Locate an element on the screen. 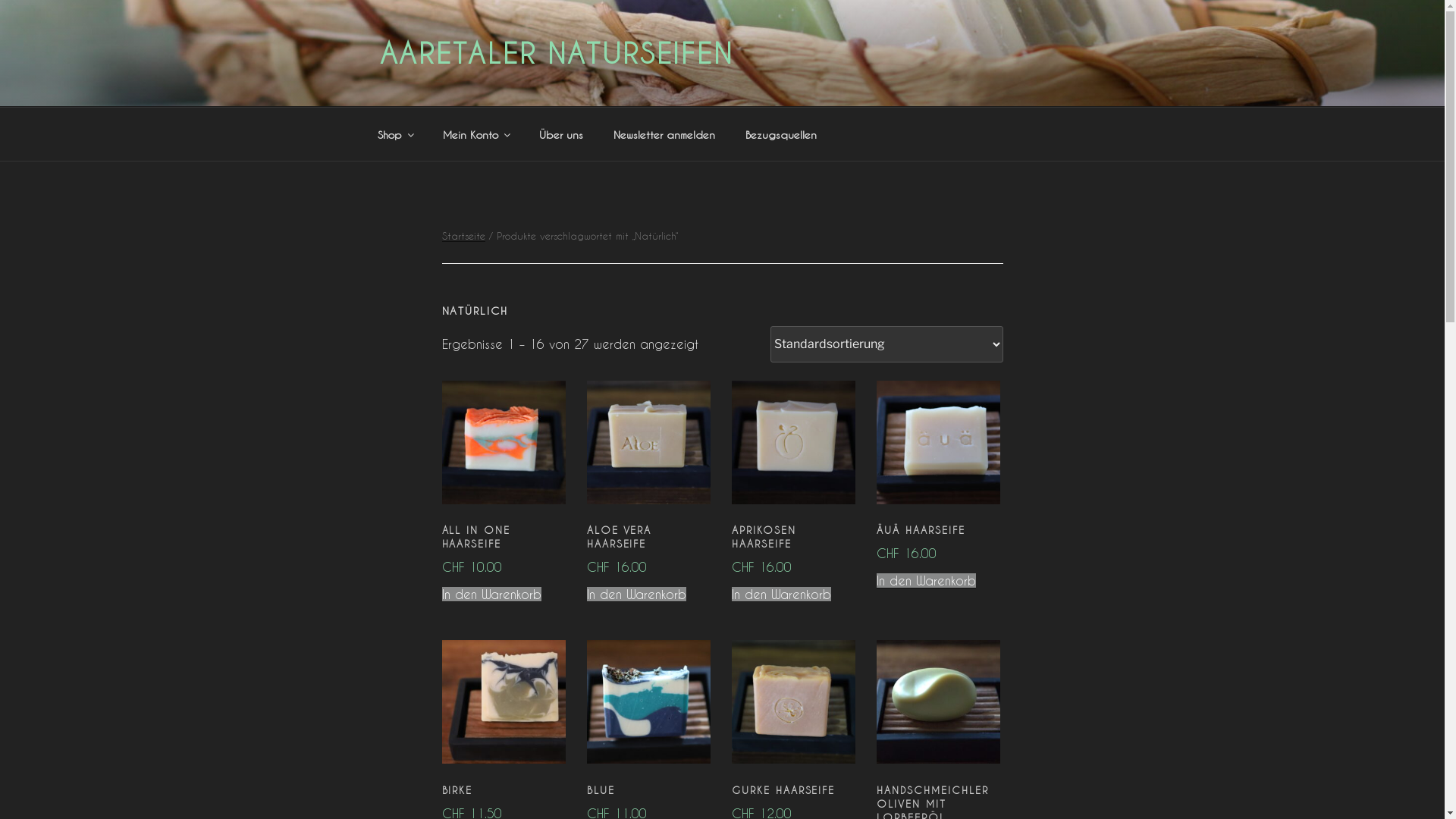  'ALL IN ONE HAARSEIFE is located at coordinates (503, 547).